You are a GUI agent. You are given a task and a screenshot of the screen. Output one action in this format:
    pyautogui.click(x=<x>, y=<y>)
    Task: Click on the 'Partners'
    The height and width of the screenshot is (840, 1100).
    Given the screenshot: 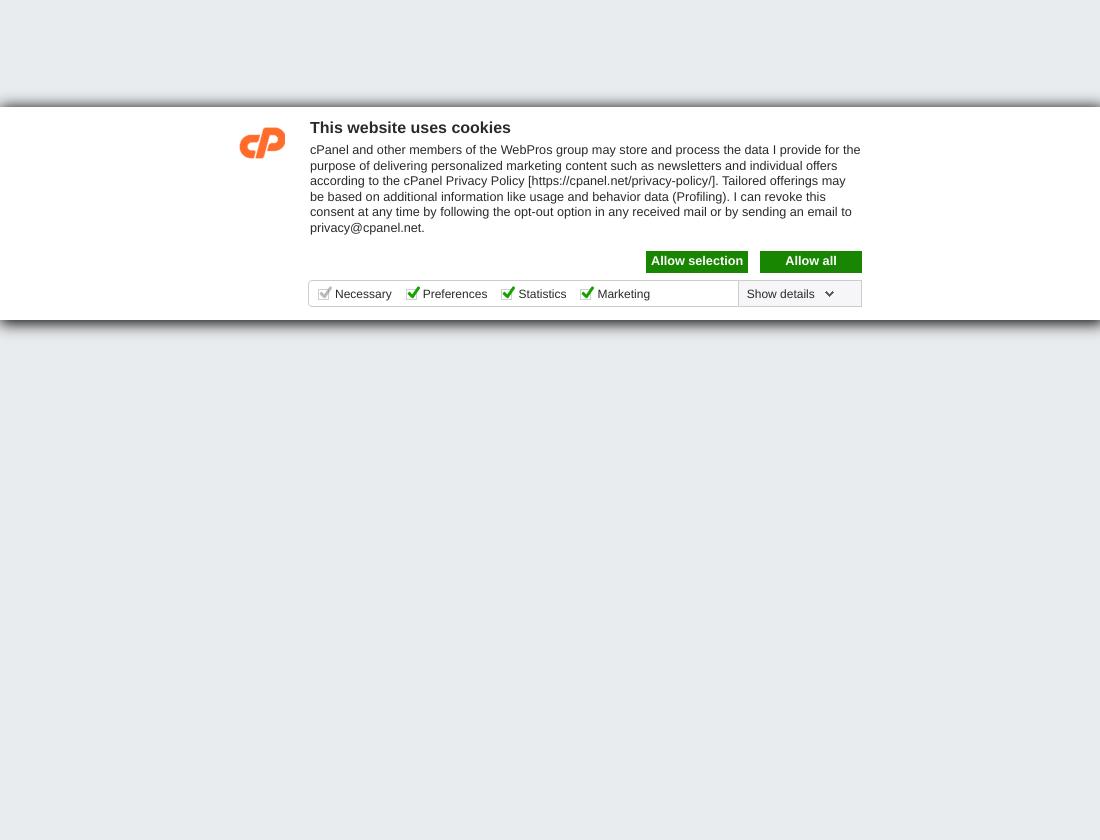 What is the action you would take?
    pyautogui.click(x=671, y=266)
    